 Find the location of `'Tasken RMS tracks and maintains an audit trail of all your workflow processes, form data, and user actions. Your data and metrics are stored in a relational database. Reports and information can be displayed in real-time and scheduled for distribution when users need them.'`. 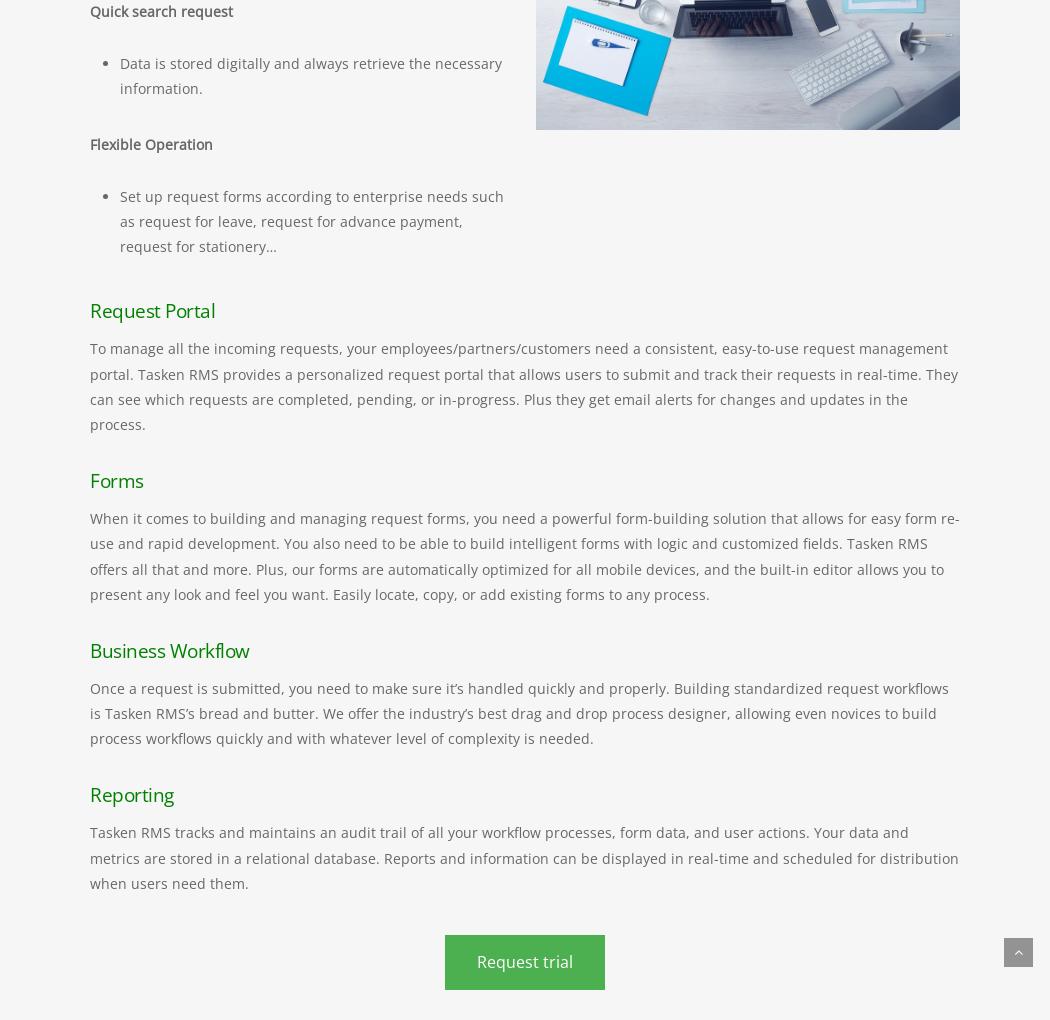

'Tasken RMS tracks and maintains an audit trail of all your workflow processes, form data, and user actions. Your data and metrics are stored in a relational database. Reports and information can be displayed in real-time and scheduled for distribution when users need them.' is located at coordinates (89, 856).